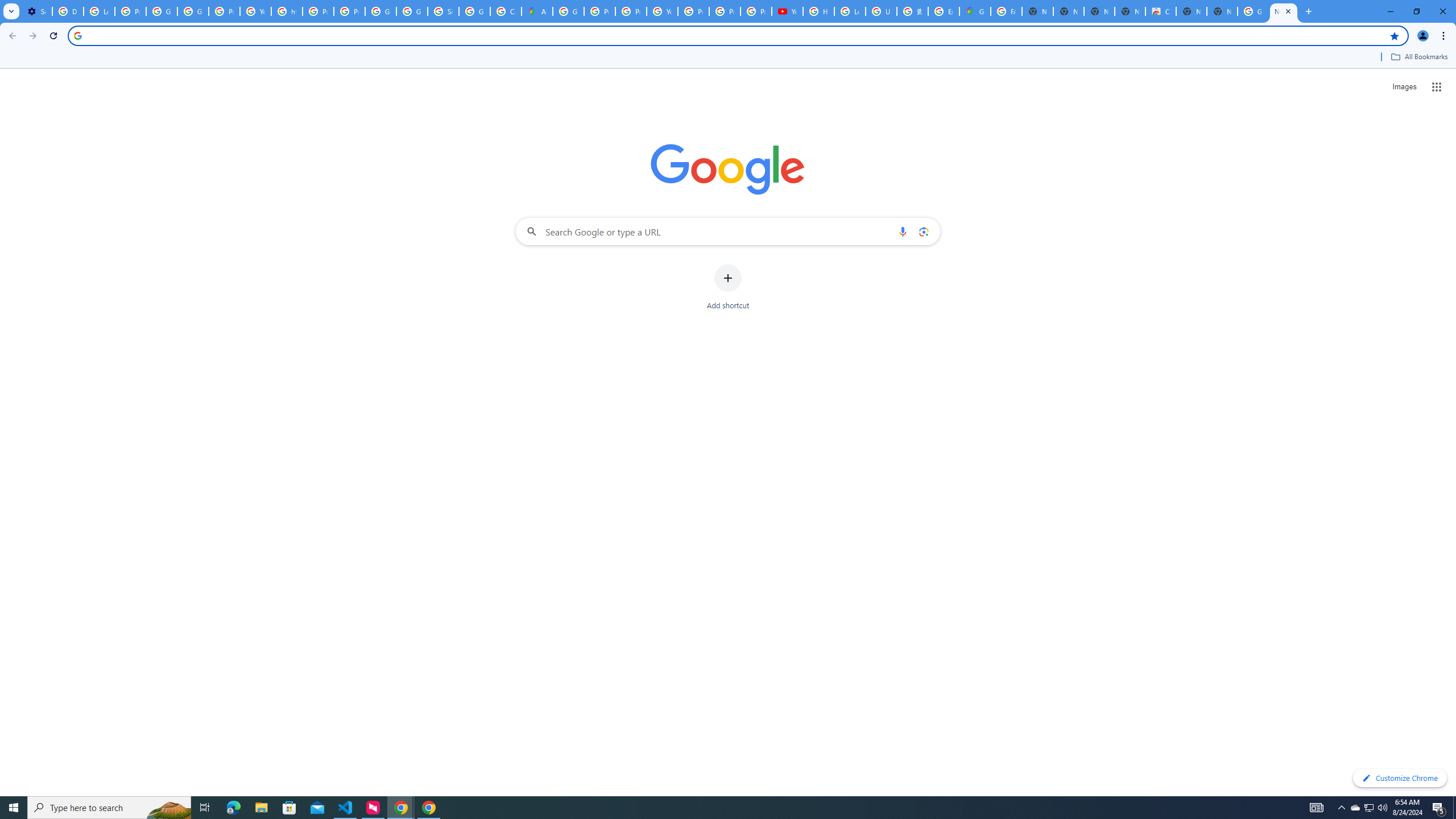 The height and width of the screenshot is (819, 1456). Describe the element at coordinates (287, 11) in the screenshot. I see `'https://scholar.google.com/'` at that location.